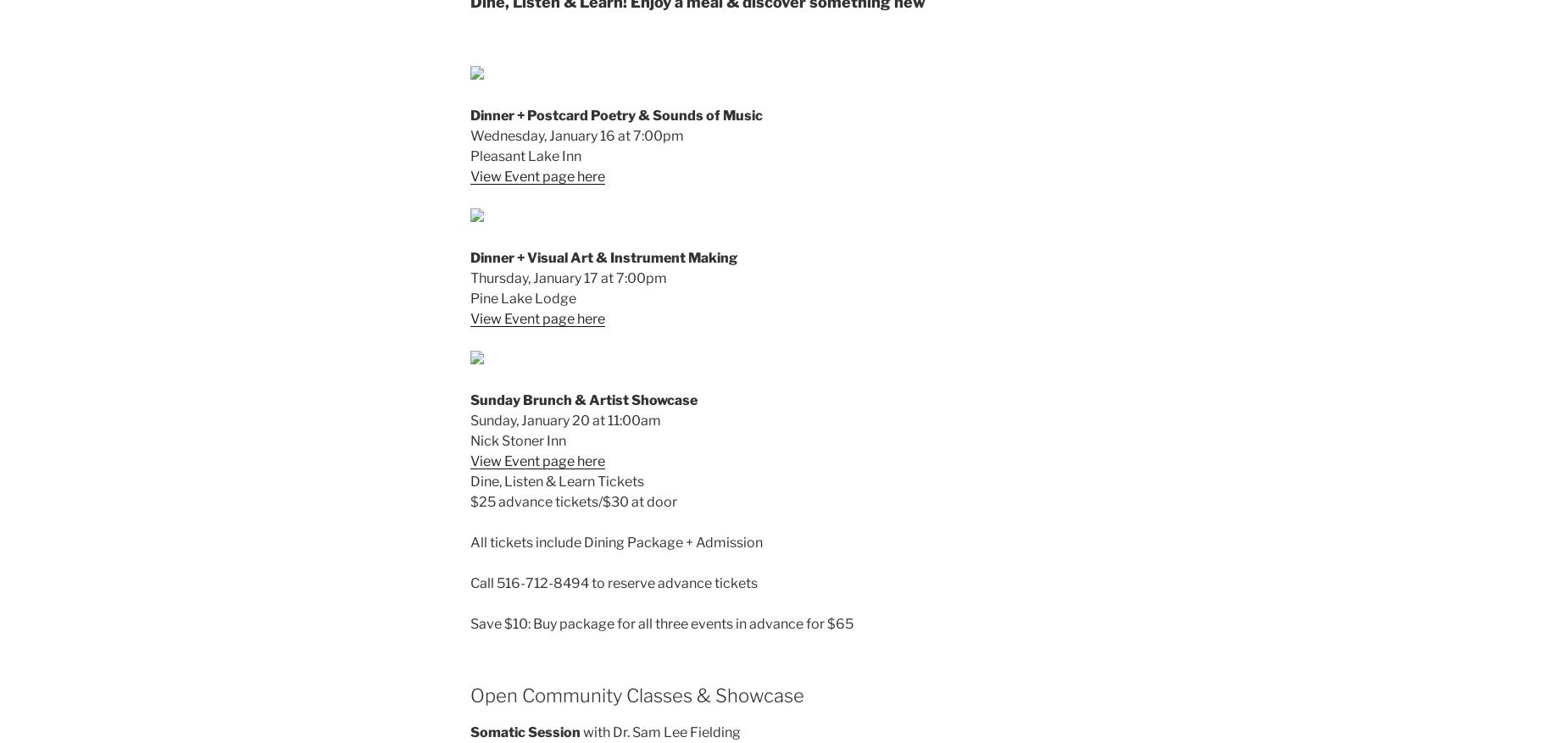 The image size is (1568, 743). Describe the element at coordinates (470, 480) in the screenshot. I see `'Dine, Listen & Learn Tickets'` at that location.